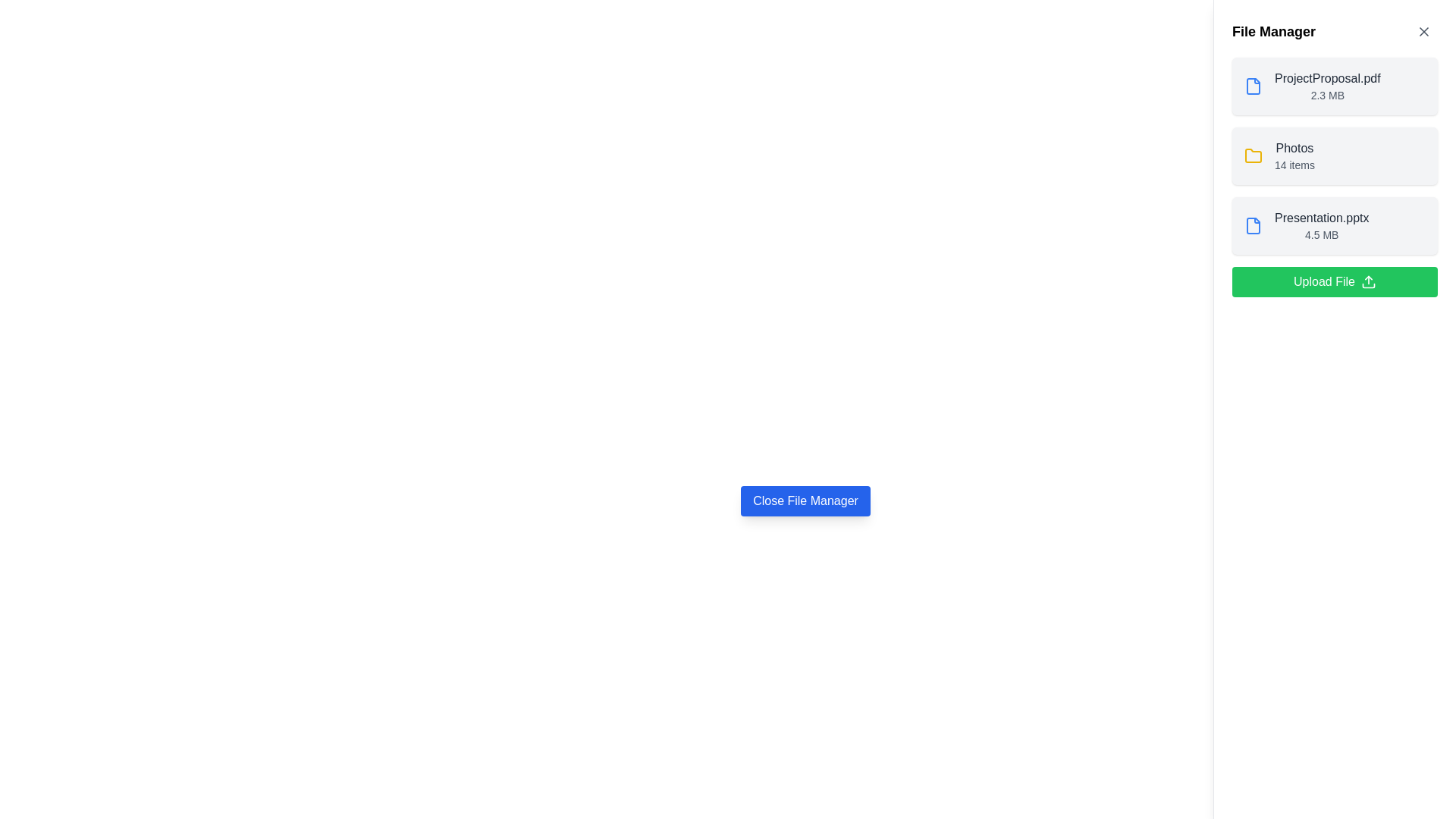  Describe the element at coordinates (1321, 225) in the screenshot. I see `the file item labeled 'Presentation.pptx'` at that location.